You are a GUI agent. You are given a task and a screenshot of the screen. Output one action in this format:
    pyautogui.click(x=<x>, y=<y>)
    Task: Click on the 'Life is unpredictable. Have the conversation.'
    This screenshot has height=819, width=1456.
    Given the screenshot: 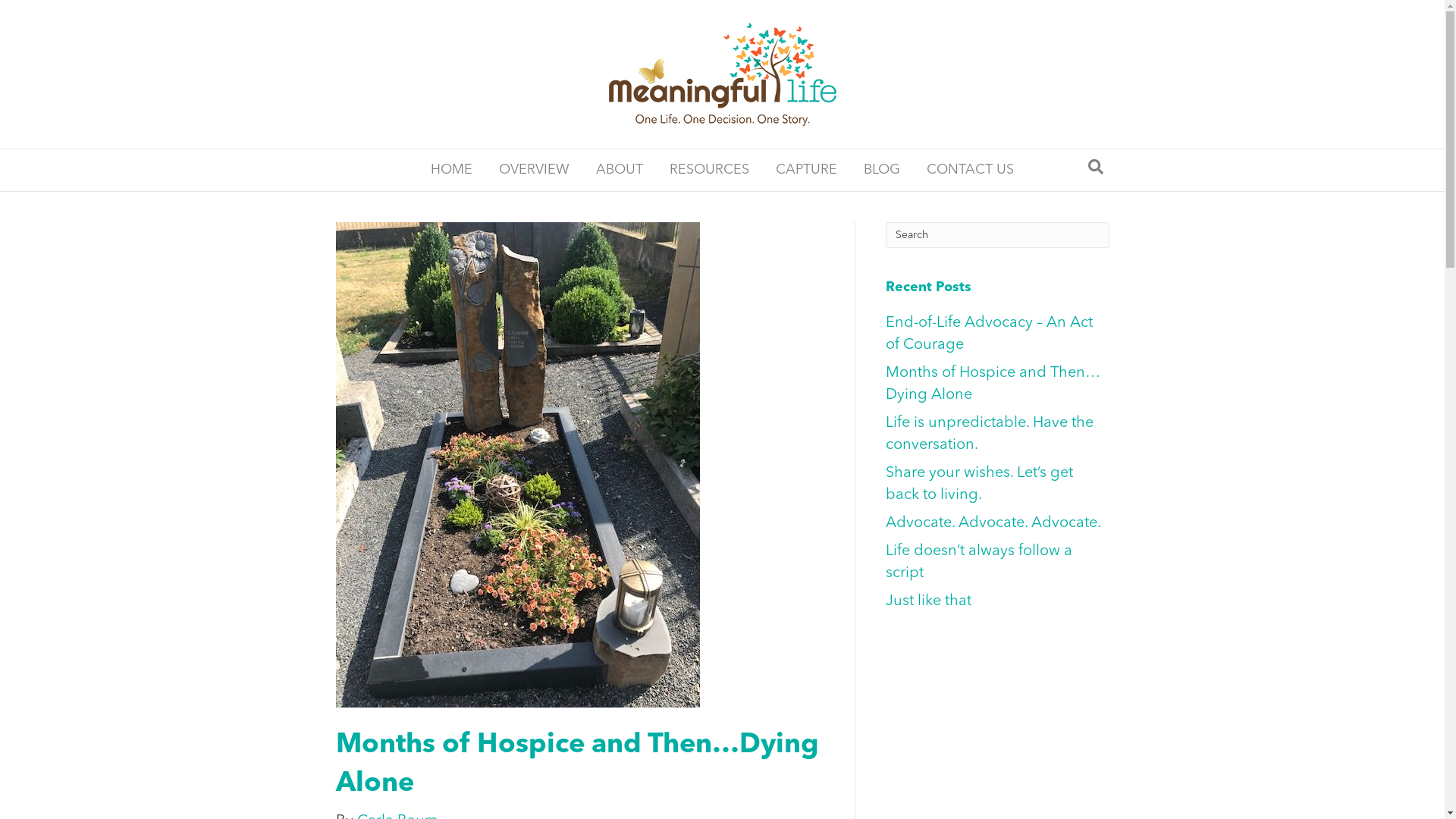 What is the action you would take?
    pyautogui.click(x=990, y=434)
    